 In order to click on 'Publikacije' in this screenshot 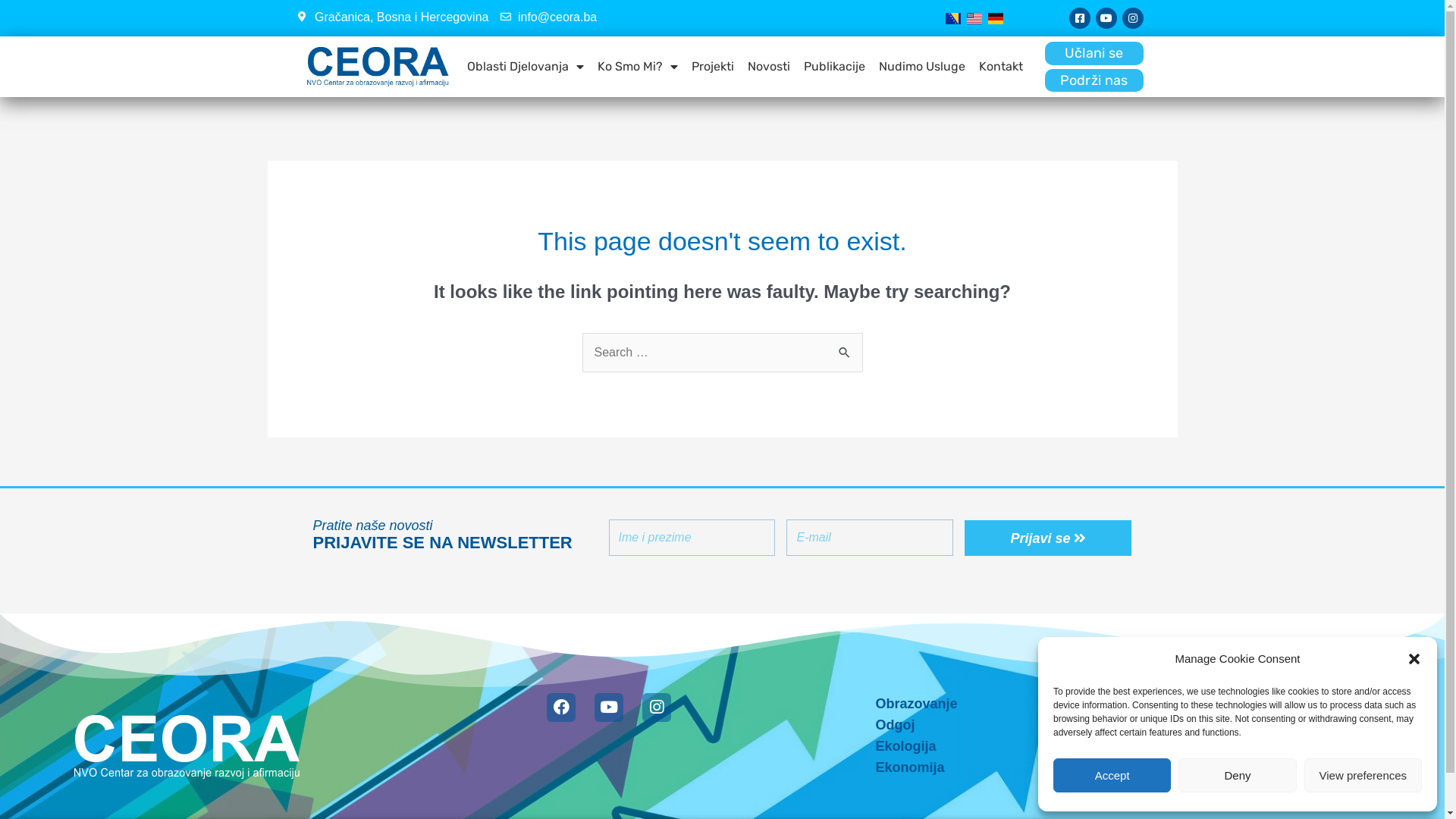, I will do `click(833, 66)`.